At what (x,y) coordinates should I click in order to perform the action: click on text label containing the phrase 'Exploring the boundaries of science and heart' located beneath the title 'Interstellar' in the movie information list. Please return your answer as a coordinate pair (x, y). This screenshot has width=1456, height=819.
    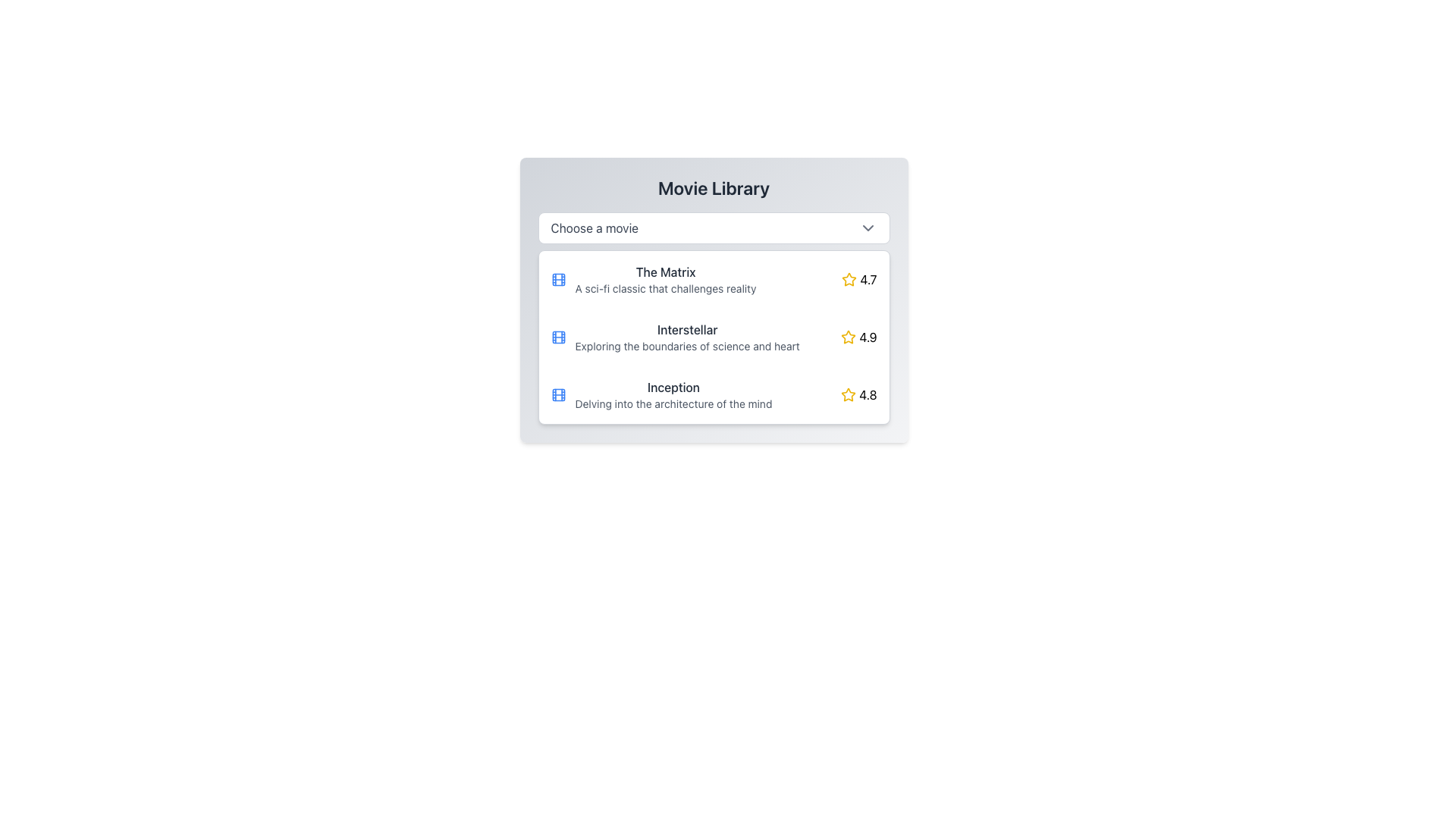
    Looking at the image, I should click on (686, 346).